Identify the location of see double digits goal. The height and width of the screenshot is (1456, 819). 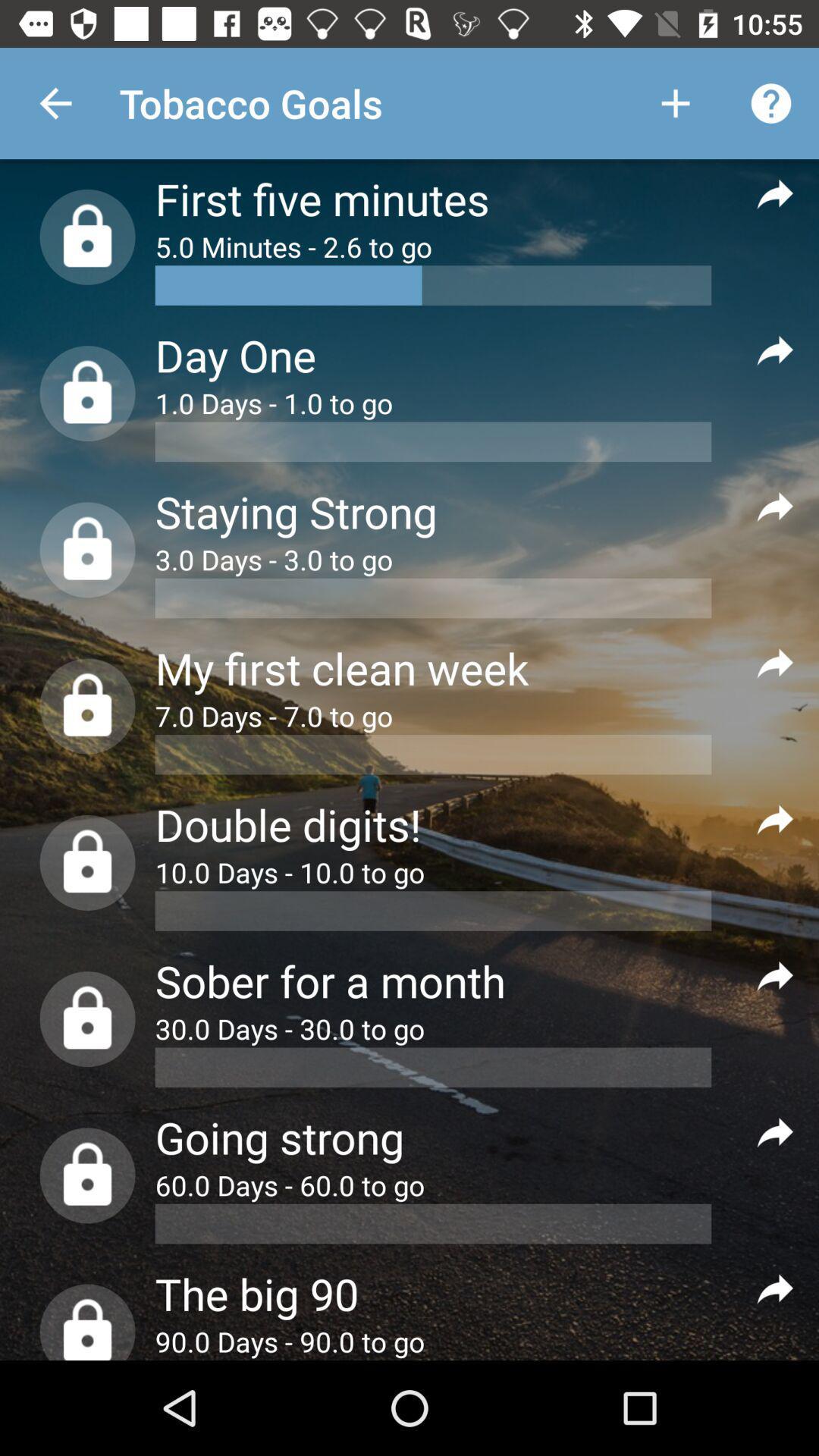
(775, 818).